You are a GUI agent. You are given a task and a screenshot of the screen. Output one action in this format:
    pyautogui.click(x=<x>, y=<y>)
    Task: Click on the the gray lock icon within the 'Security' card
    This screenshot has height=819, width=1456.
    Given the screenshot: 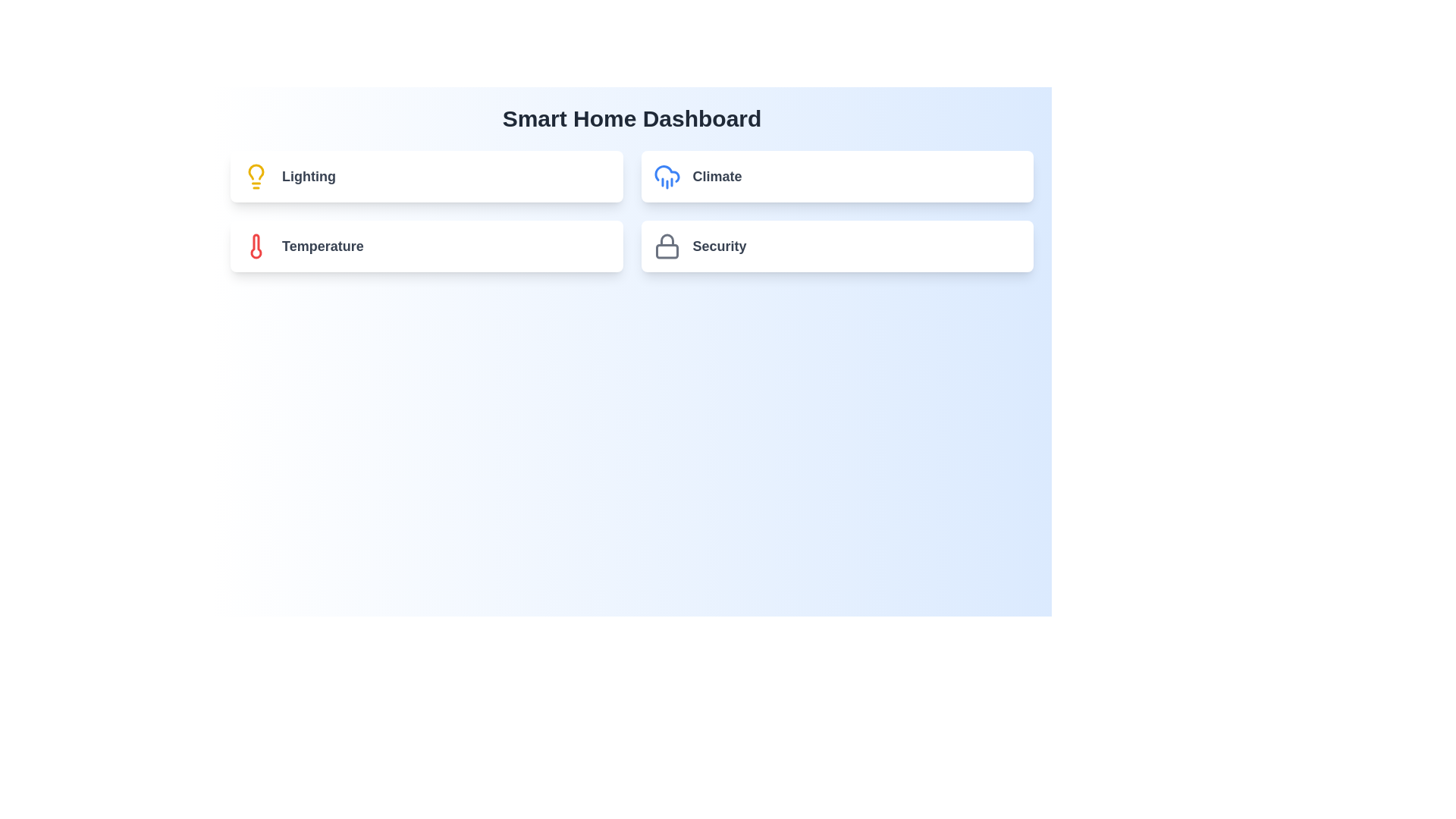 What is the action you would take?
    pyautogui.click(x=667, y=245)
    